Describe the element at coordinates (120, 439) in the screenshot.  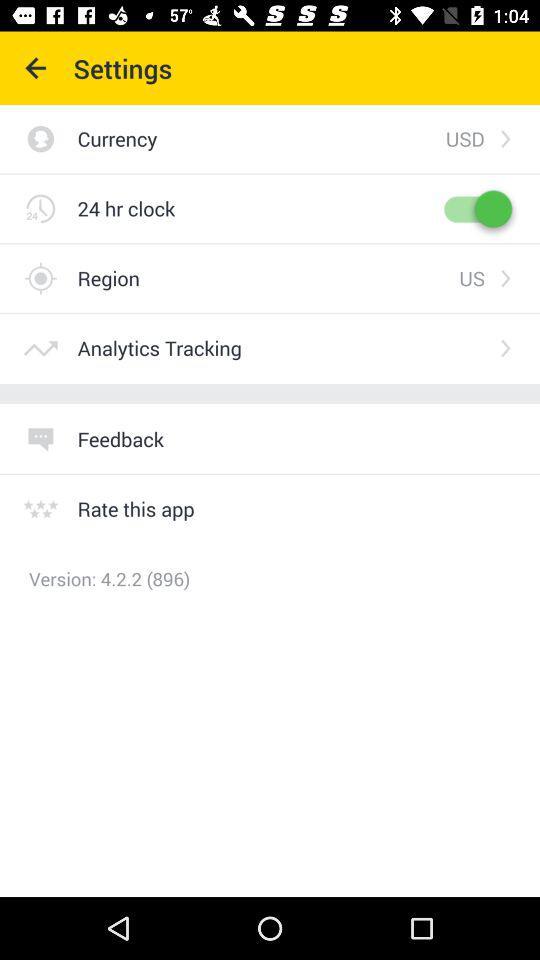
I see `item above rate this app item` at that location.